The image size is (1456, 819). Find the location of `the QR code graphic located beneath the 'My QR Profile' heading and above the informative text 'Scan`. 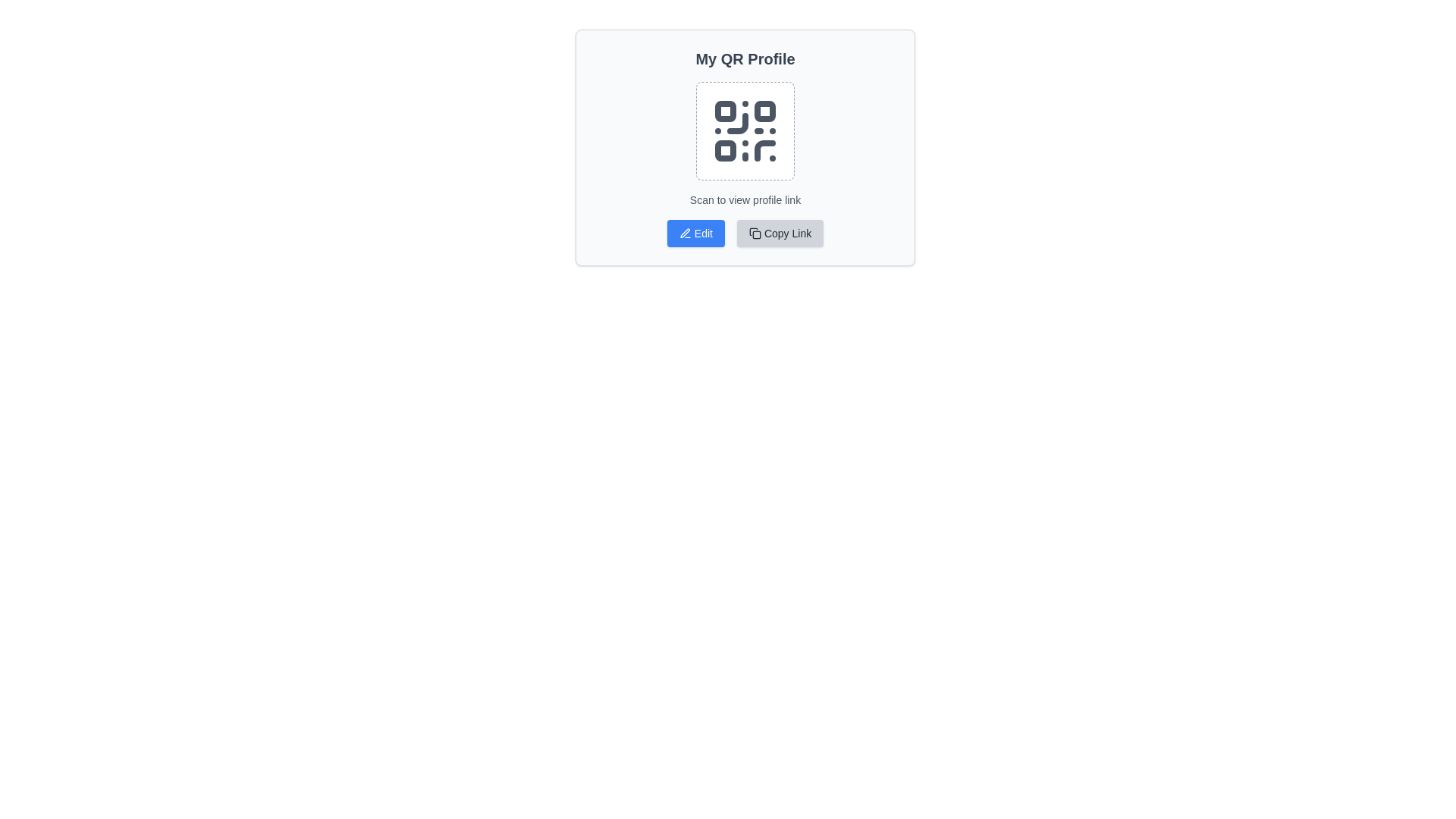

the QR code graphic located beneath the 'My QR Profile' heading and above the informative text 'Scan is located at coordinates (745, 130).